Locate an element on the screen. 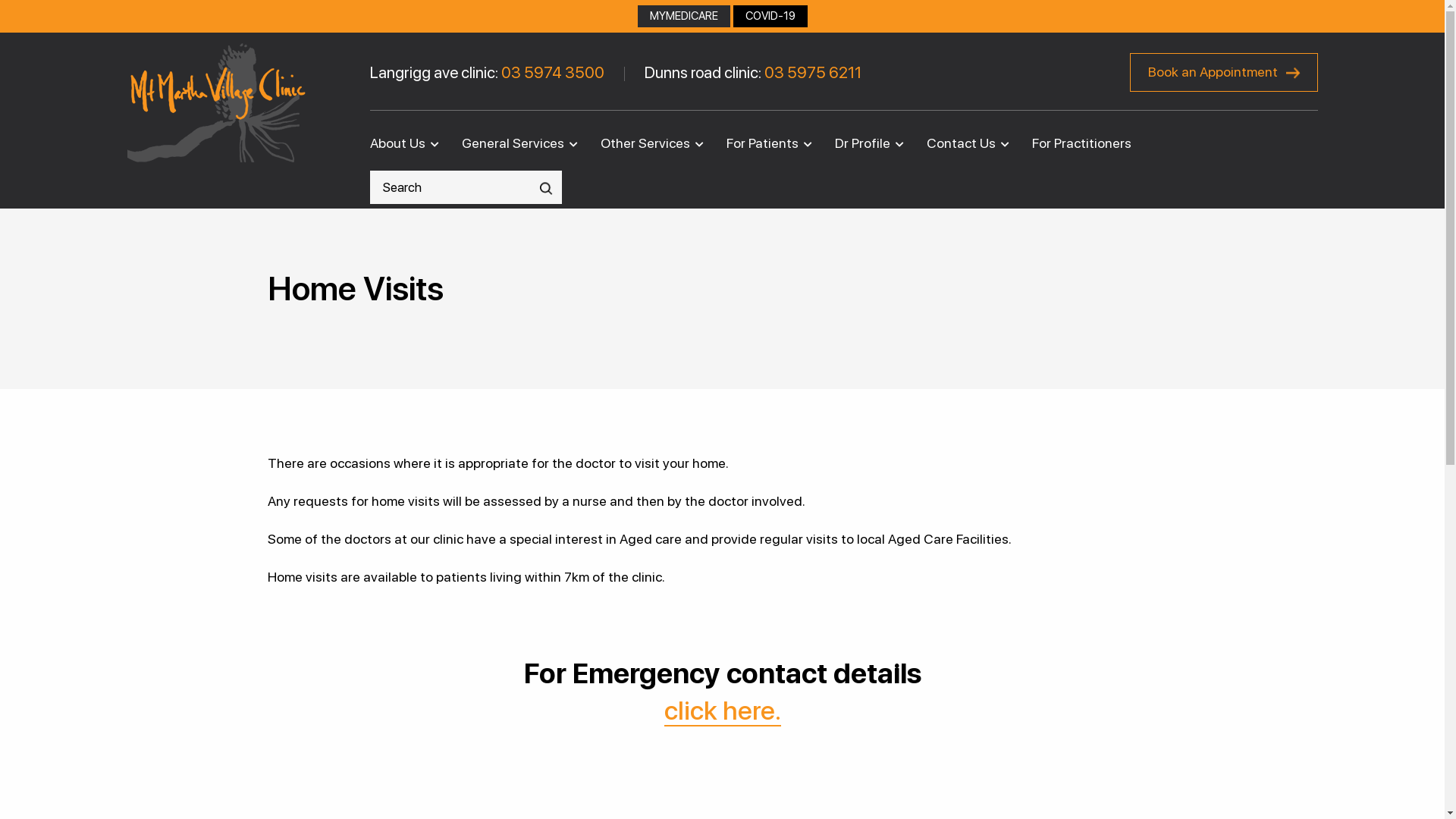 The height and width of the screenshot is (819, 1456). 'For Patients' is located at coordinates (762, 143).